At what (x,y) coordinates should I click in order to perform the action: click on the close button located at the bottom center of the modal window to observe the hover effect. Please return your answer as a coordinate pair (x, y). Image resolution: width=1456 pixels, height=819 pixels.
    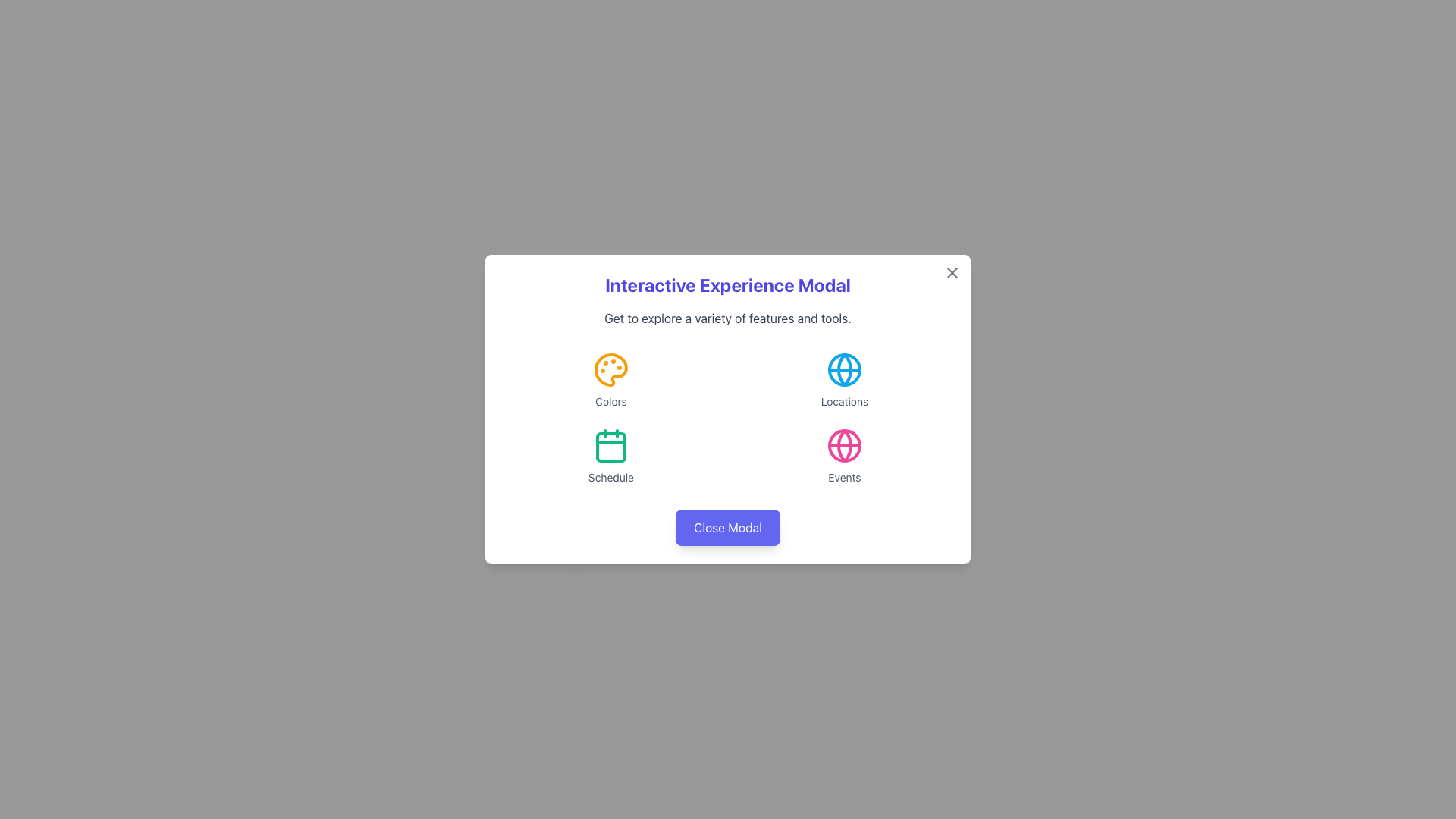
    Looking at the image, I should click on (728, 526).